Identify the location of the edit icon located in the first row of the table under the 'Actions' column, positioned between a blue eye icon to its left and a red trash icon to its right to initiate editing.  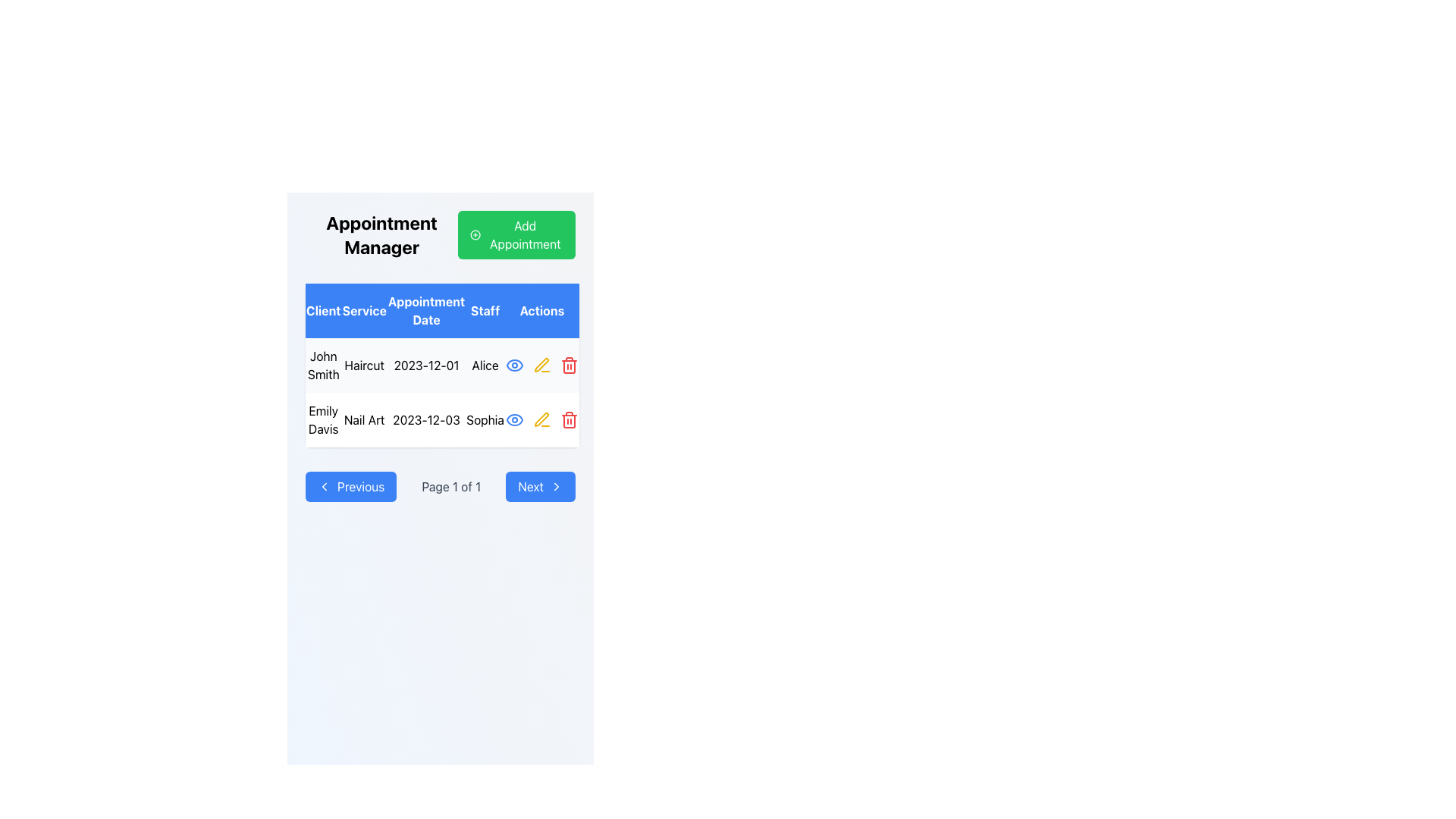
(541, 366).